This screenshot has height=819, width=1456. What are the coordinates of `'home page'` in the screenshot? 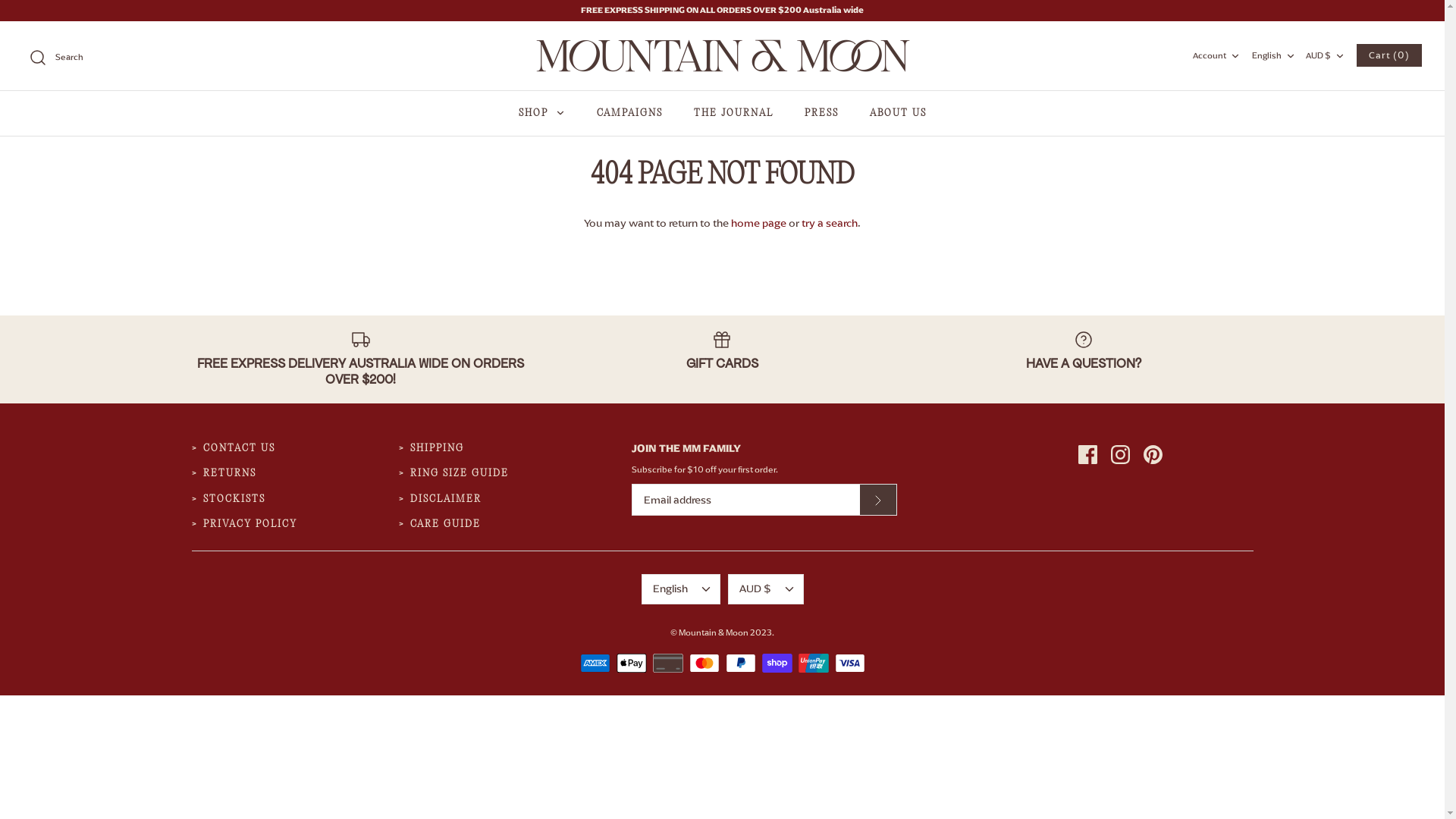 It's located at (758, 222).